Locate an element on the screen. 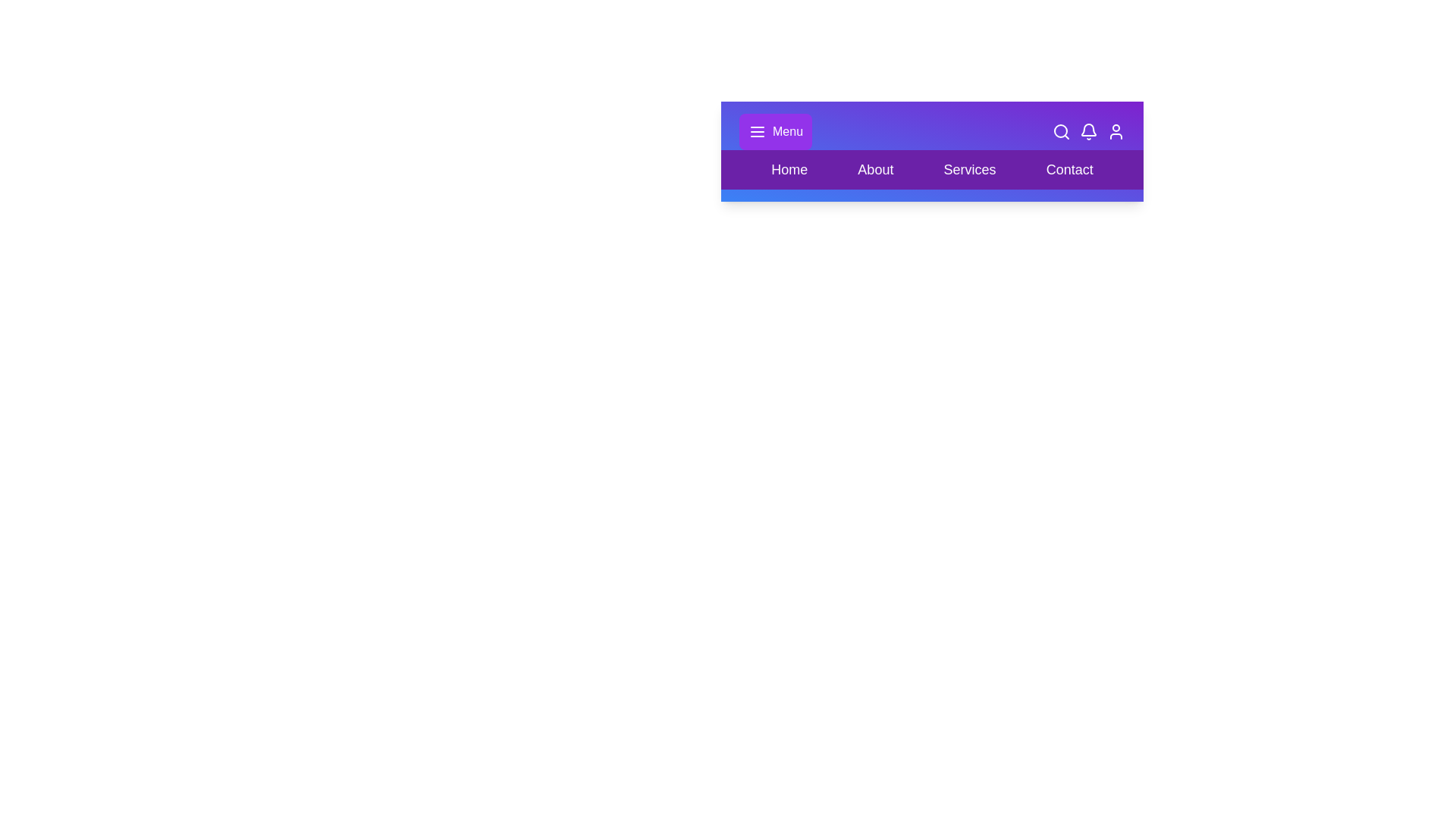 This screenshot has width=1456, height=819. the element User Profile to highlight it is located at coordinates (1116, 130).